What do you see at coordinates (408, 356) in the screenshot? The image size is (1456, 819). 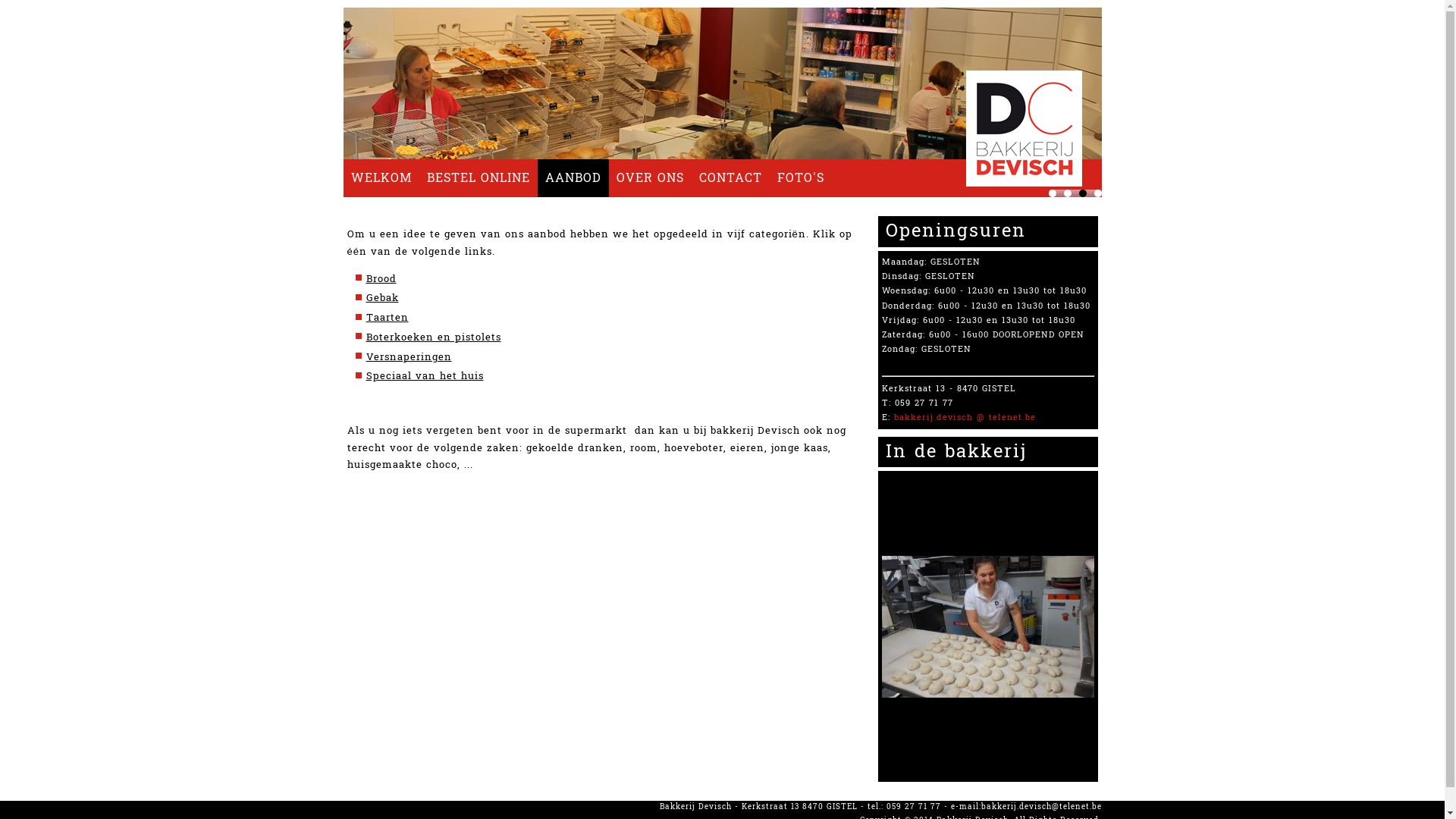 I see `'Versnaperingen'` at bounding box center [408, 356].